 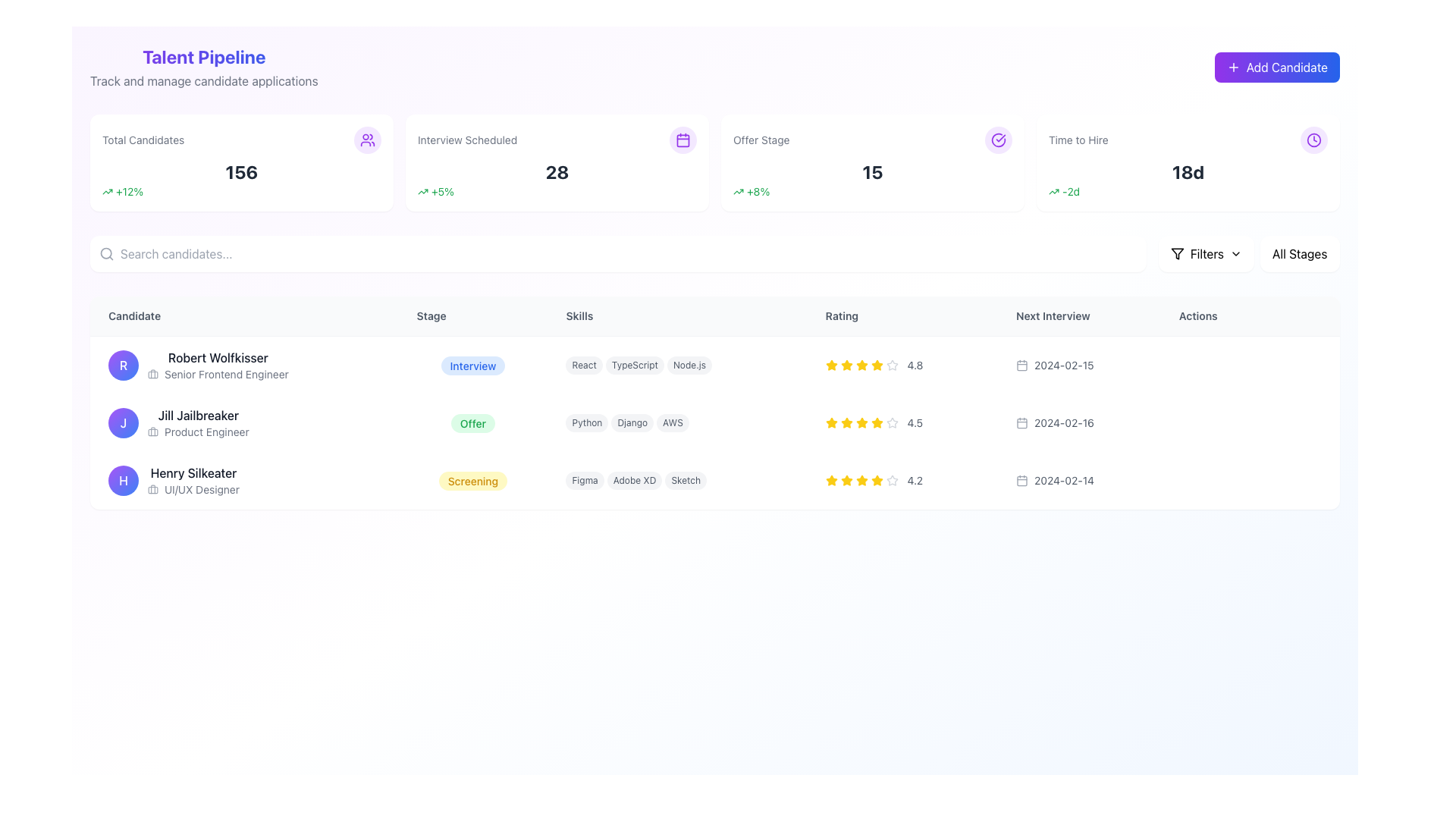 What do you see at coordinates (1286, 66) in the screenshot?
I see `the 'Add Candidate' text label located within the button in the top-right corner of the interface` at bounding box center [1286, 66].